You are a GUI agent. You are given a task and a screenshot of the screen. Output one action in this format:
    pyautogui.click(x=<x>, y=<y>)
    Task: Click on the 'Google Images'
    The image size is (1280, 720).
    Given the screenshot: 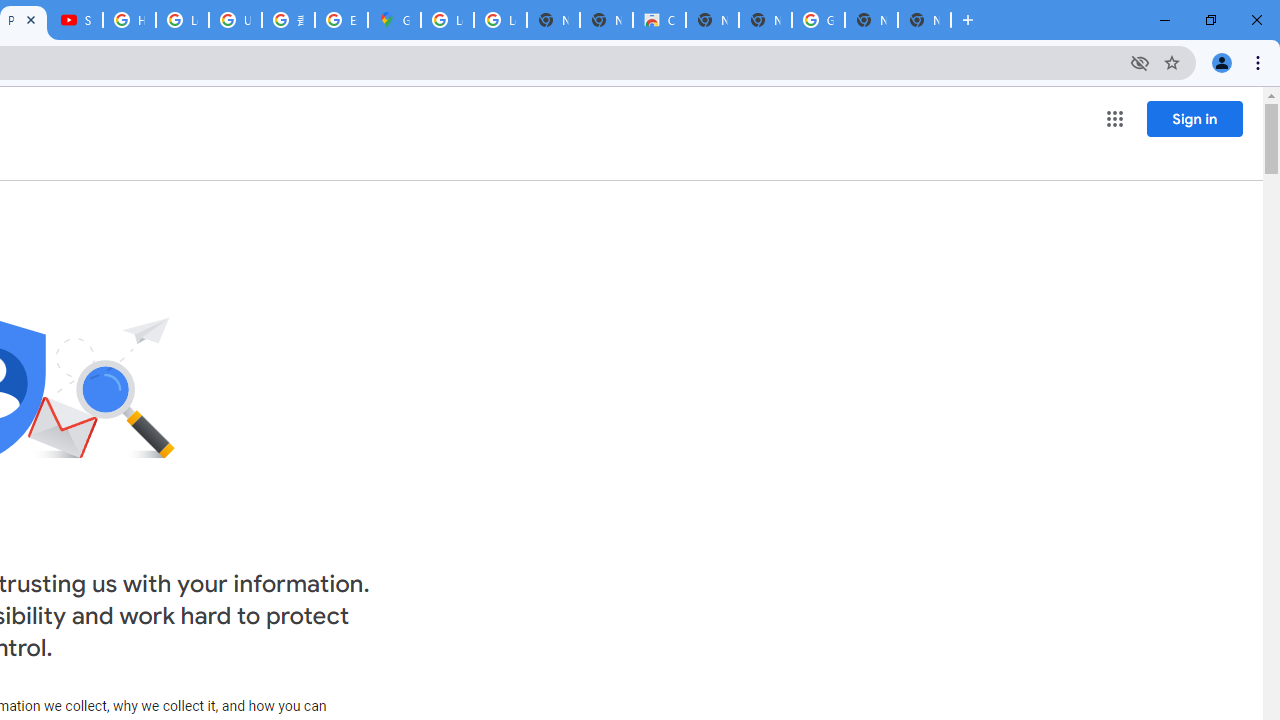 What is the action you would take?
    pyautogui.click(x=818, y=20)
    